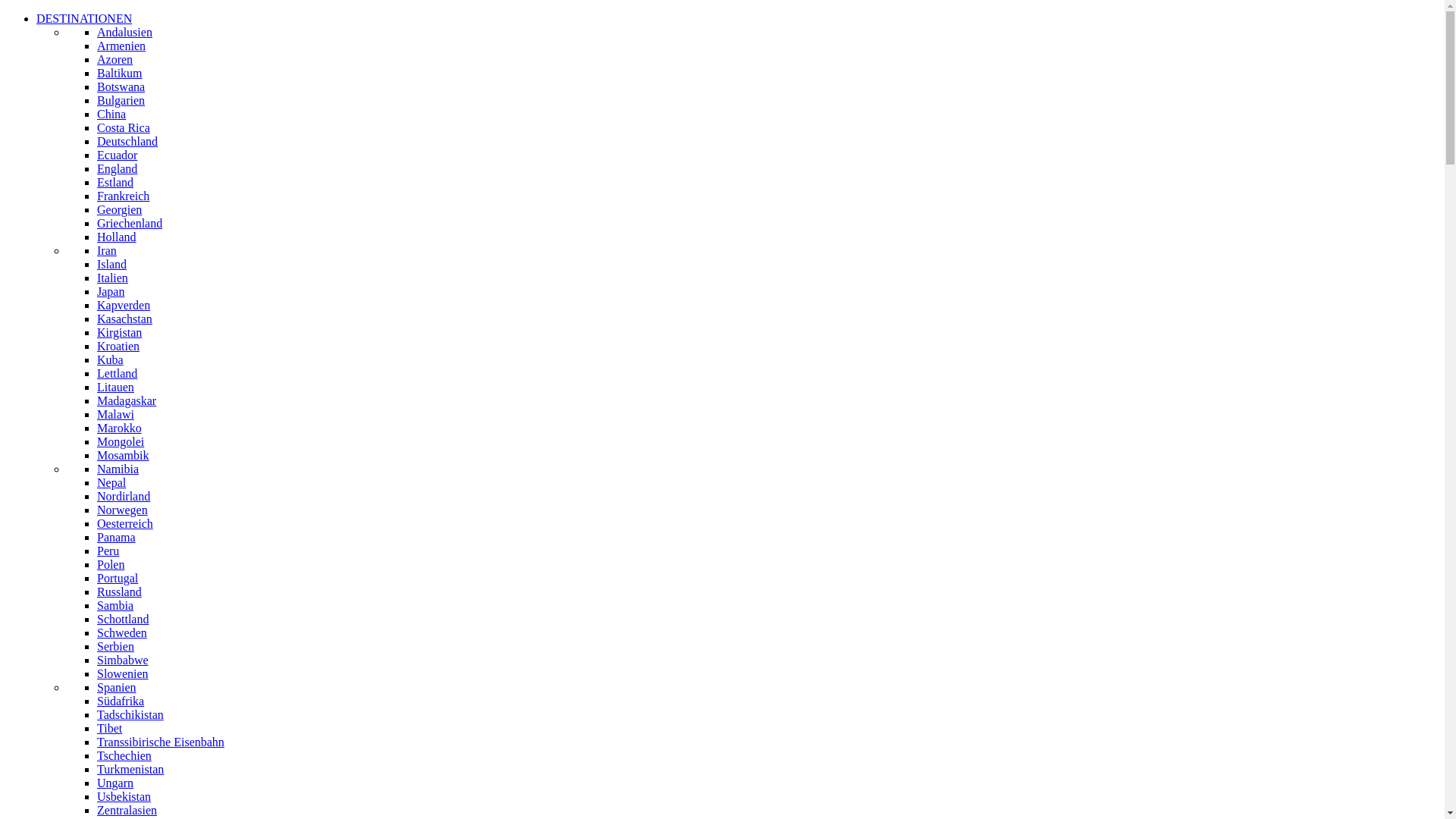 This screenshot has height=819, width=1456. I want to click on 'Mosambik', so click(123, 454).